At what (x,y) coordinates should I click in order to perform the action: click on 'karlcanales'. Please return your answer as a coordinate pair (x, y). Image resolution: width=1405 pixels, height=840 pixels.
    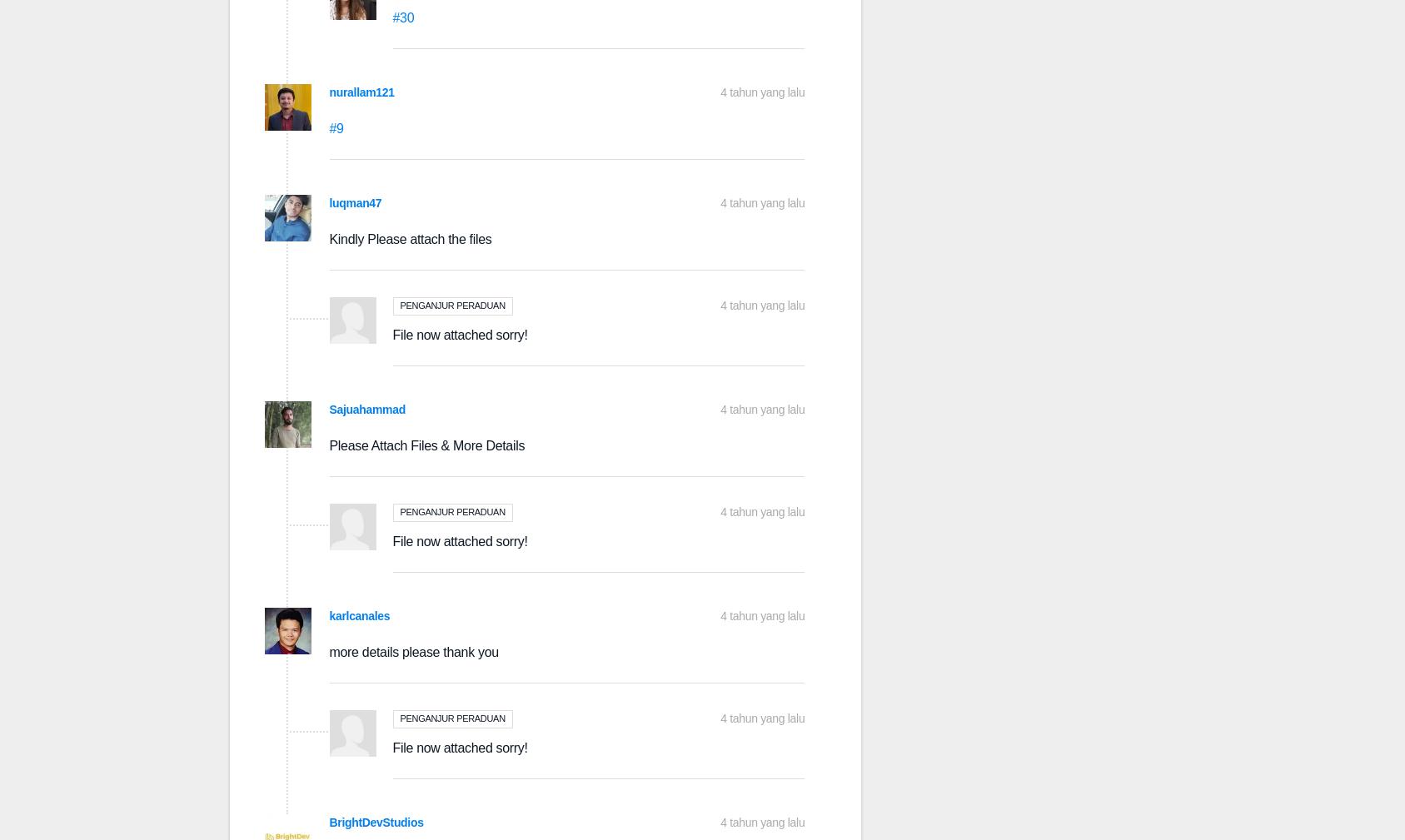
    Looking at the image, I should click on (359, 616).